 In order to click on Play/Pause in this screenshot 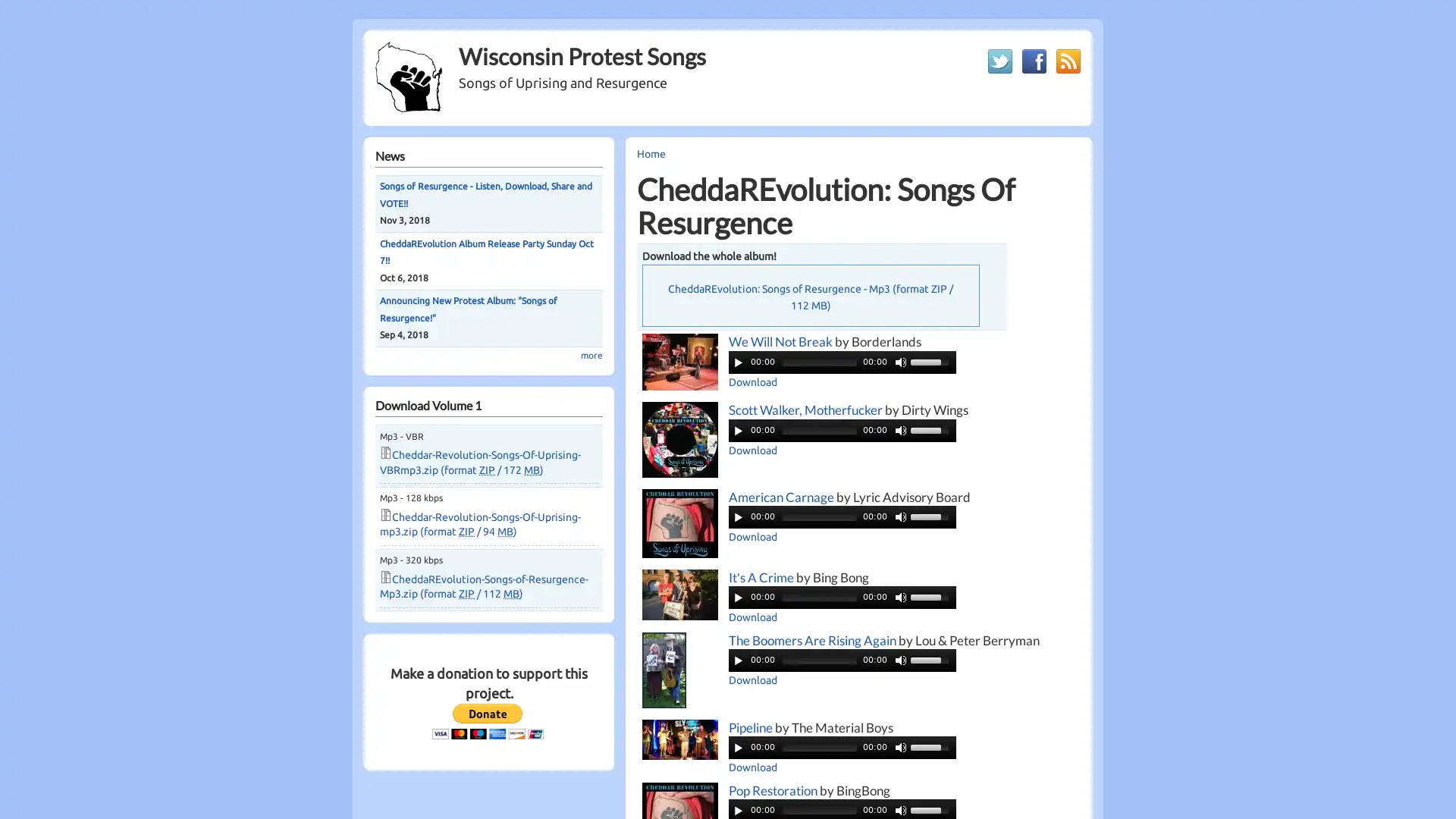, I will do `click(739, 516)`.